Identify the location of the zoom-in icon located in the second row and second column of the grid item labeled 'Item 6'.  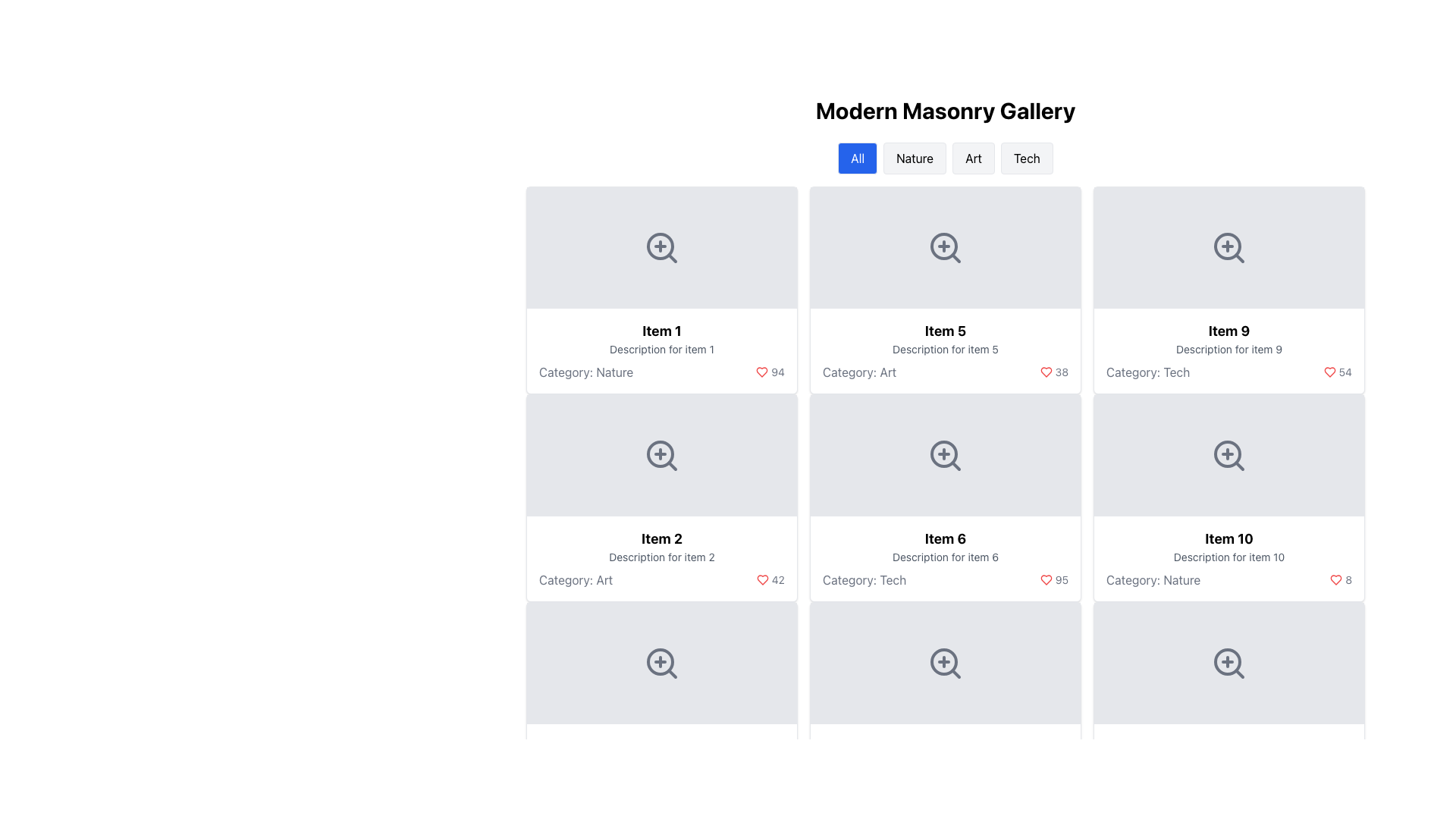
(945, 455).